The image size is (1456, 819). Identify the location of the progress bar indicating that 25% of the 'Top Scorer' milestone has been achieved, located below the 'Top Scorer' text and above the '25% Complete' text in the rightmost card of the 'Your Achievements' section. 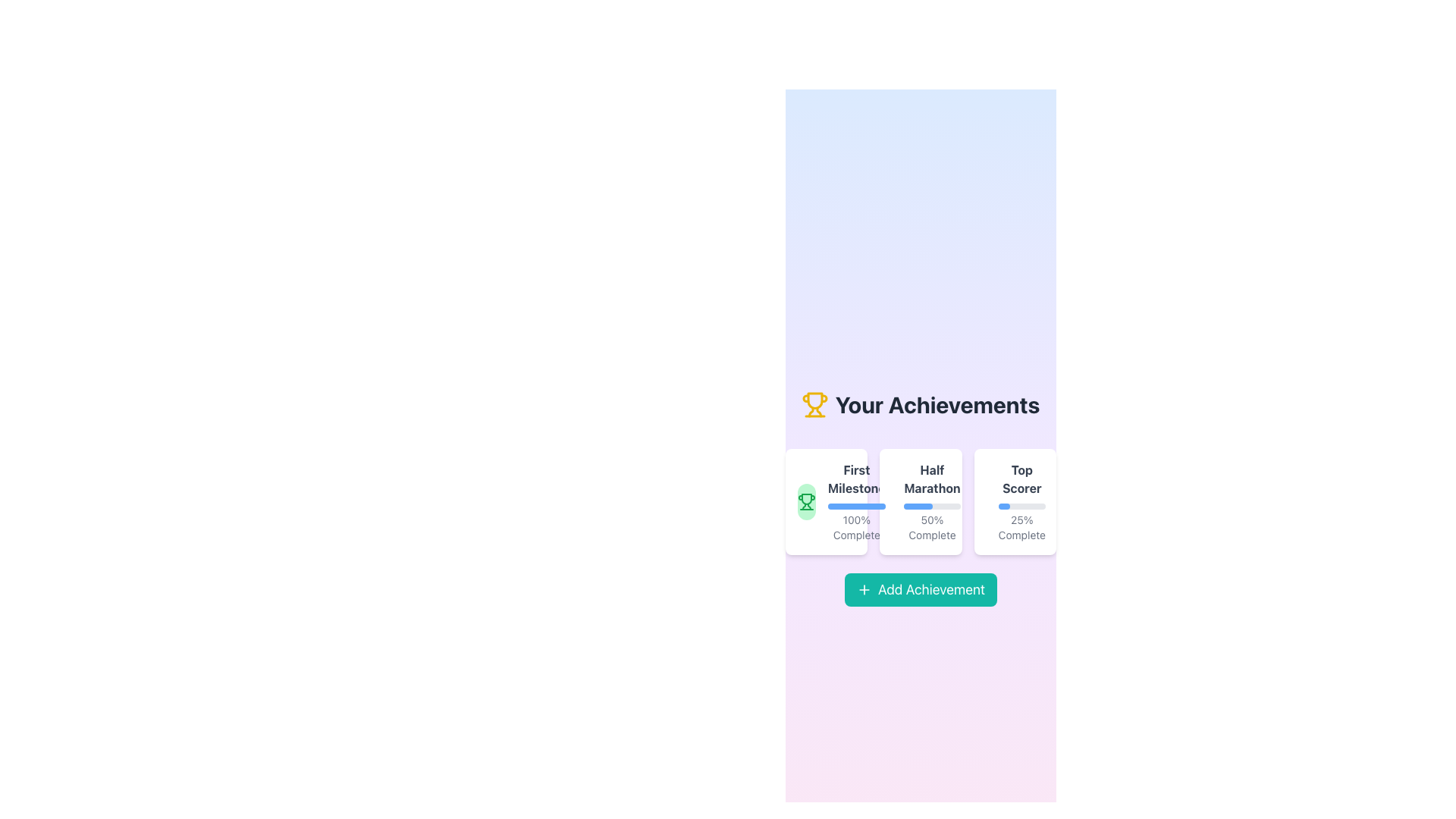
(1021, 506).